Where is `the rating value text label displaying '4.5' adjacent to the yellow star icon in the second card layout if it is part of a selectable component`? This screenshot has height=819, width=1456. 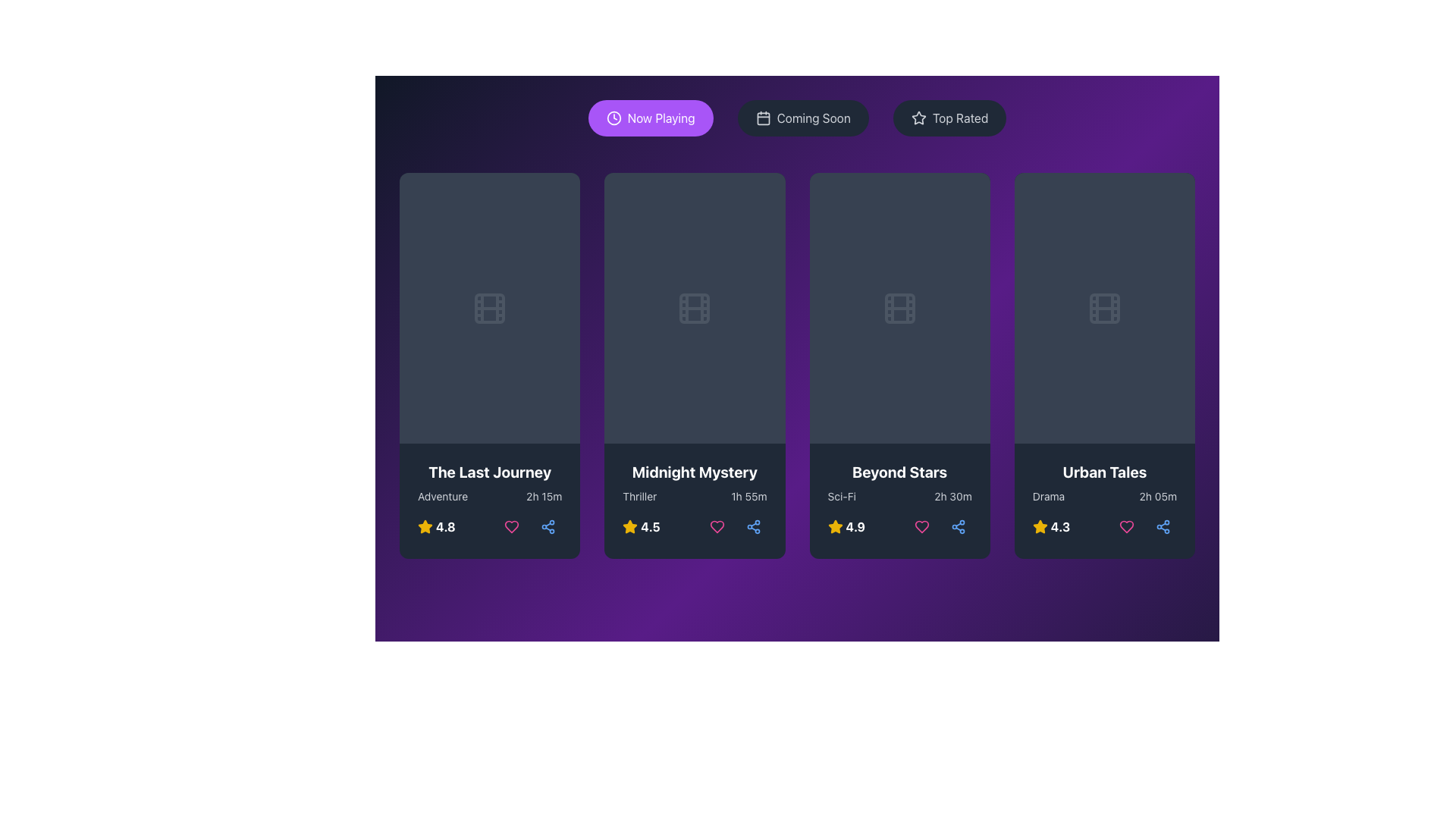 the rating value text label displaying '4.5' adjacent to the yellow star icon in the second card layout if it is part of a selectable component is located at coordinates (651, 526).